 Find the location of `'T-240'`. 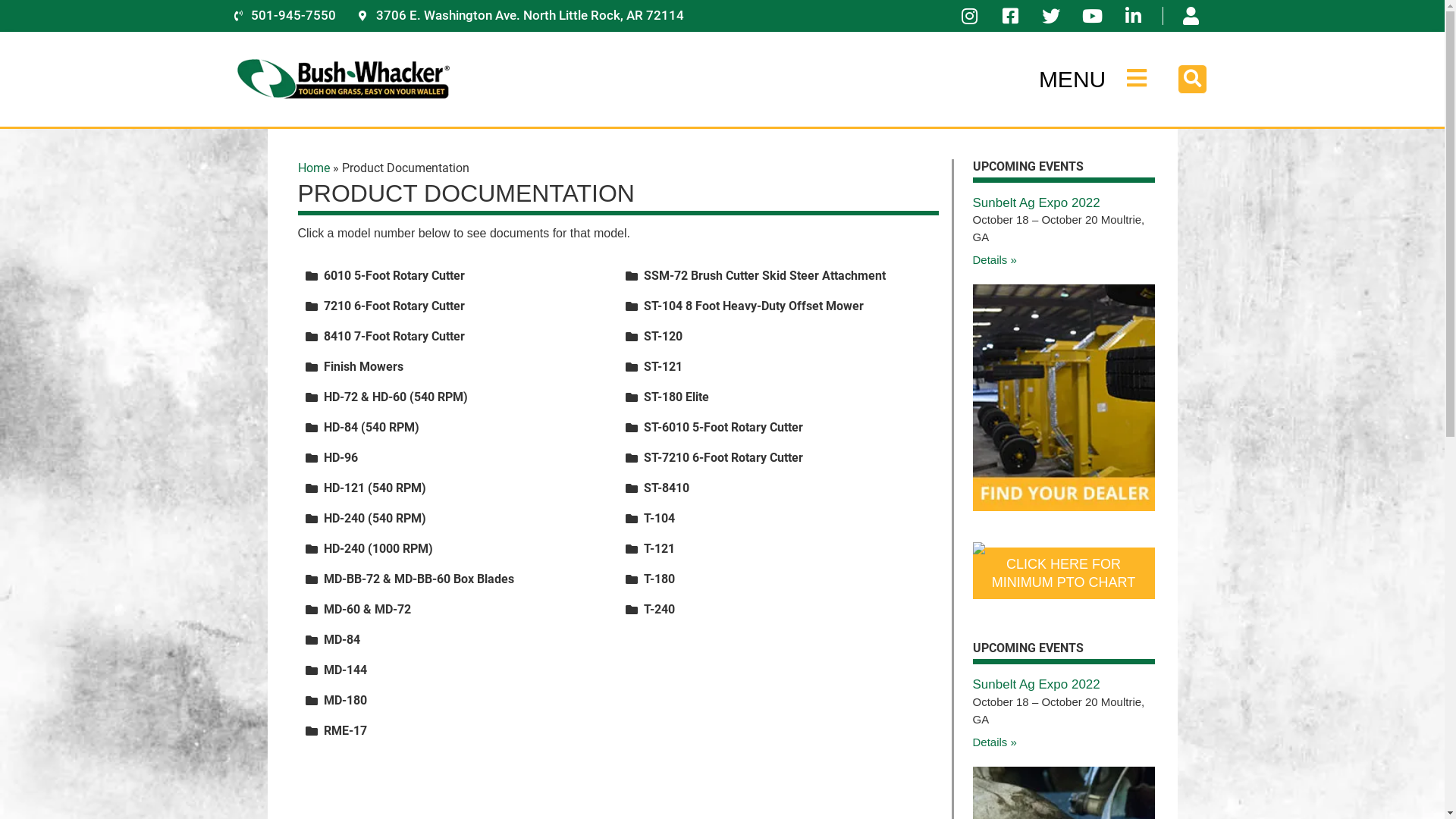

'T-240' is located at coordinates (659, 608).